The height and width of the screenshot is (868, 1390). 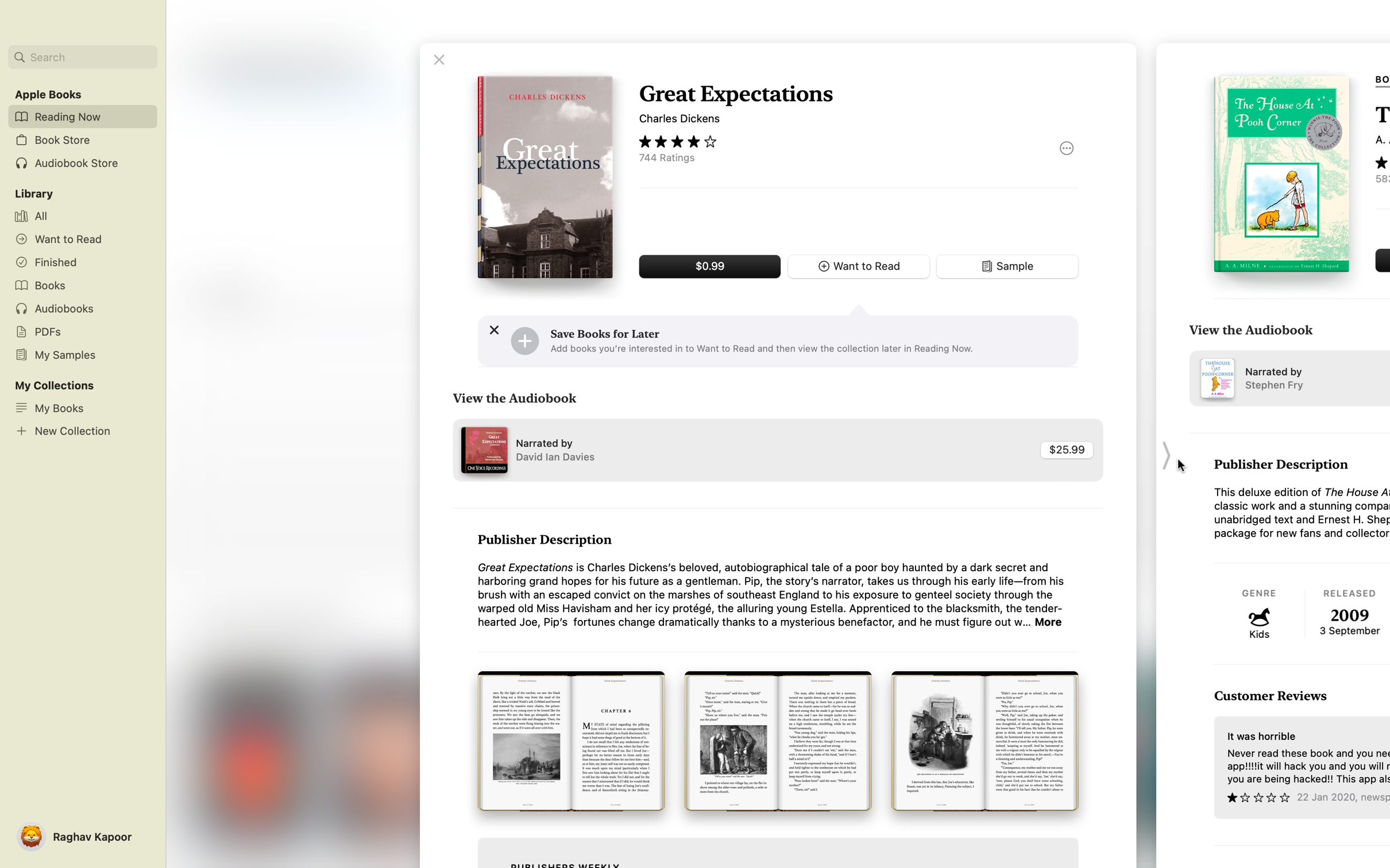 What do you see at coordinates (2613200, 958272) in the screenshot?
I see `Lower the page to view the biography of the author` at bounding box center [2613200, 958272].